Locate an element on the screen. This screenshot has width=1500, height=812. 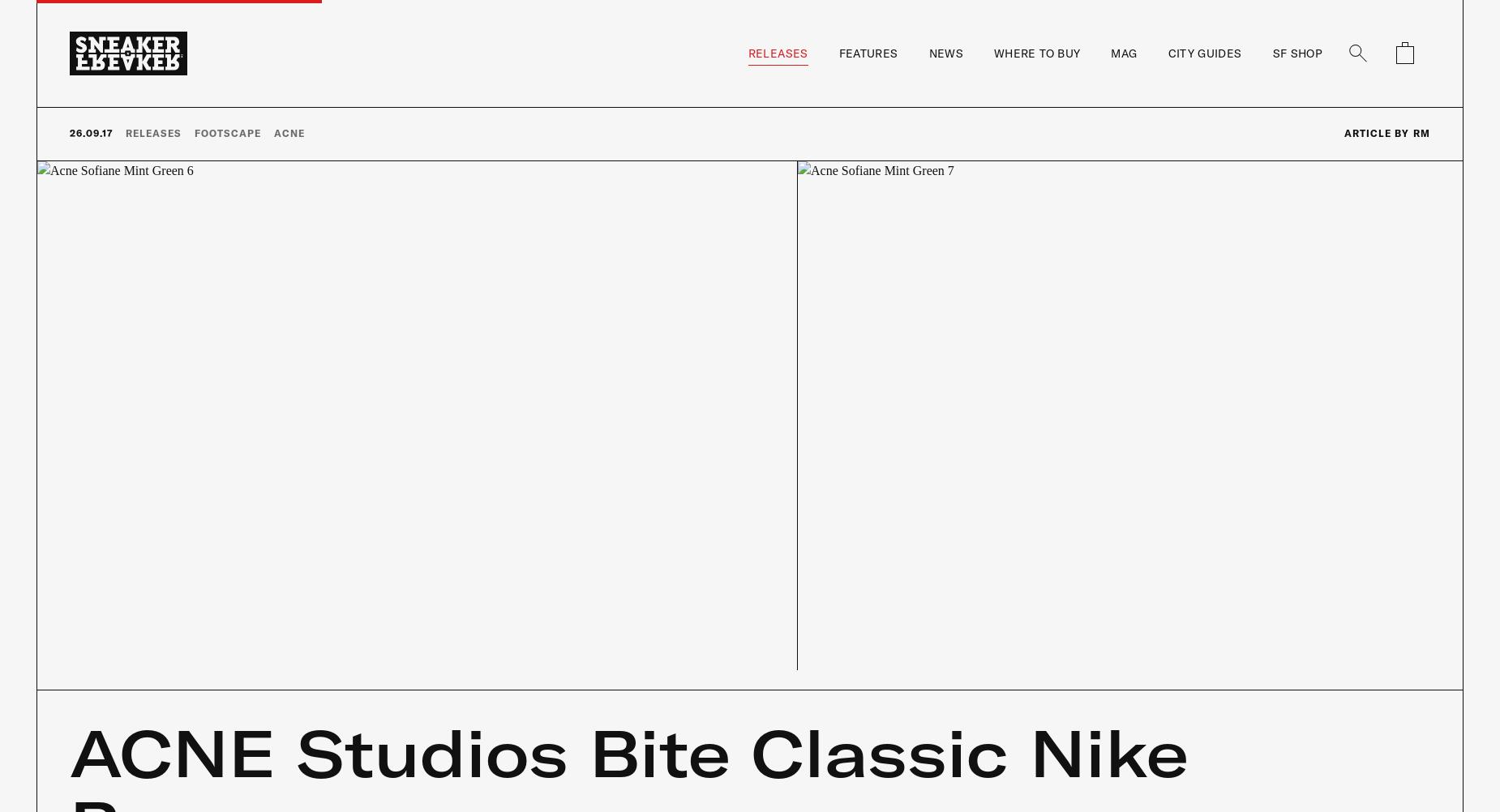
'RM' is located at coordinates (1421, 131).